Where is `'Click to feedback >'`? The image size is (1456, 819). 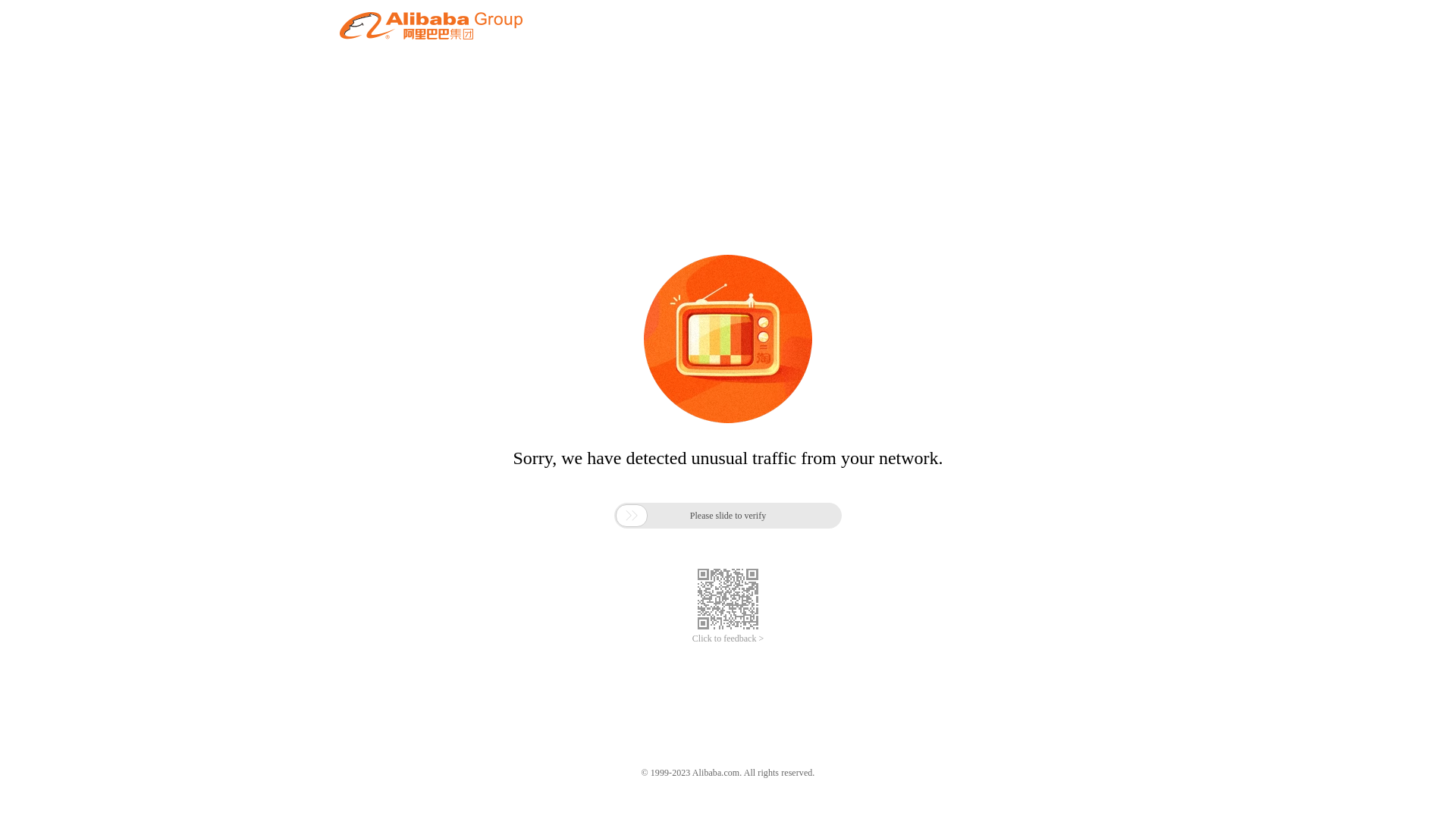 'Click to feedback >' is located at coordinates (728, 639).